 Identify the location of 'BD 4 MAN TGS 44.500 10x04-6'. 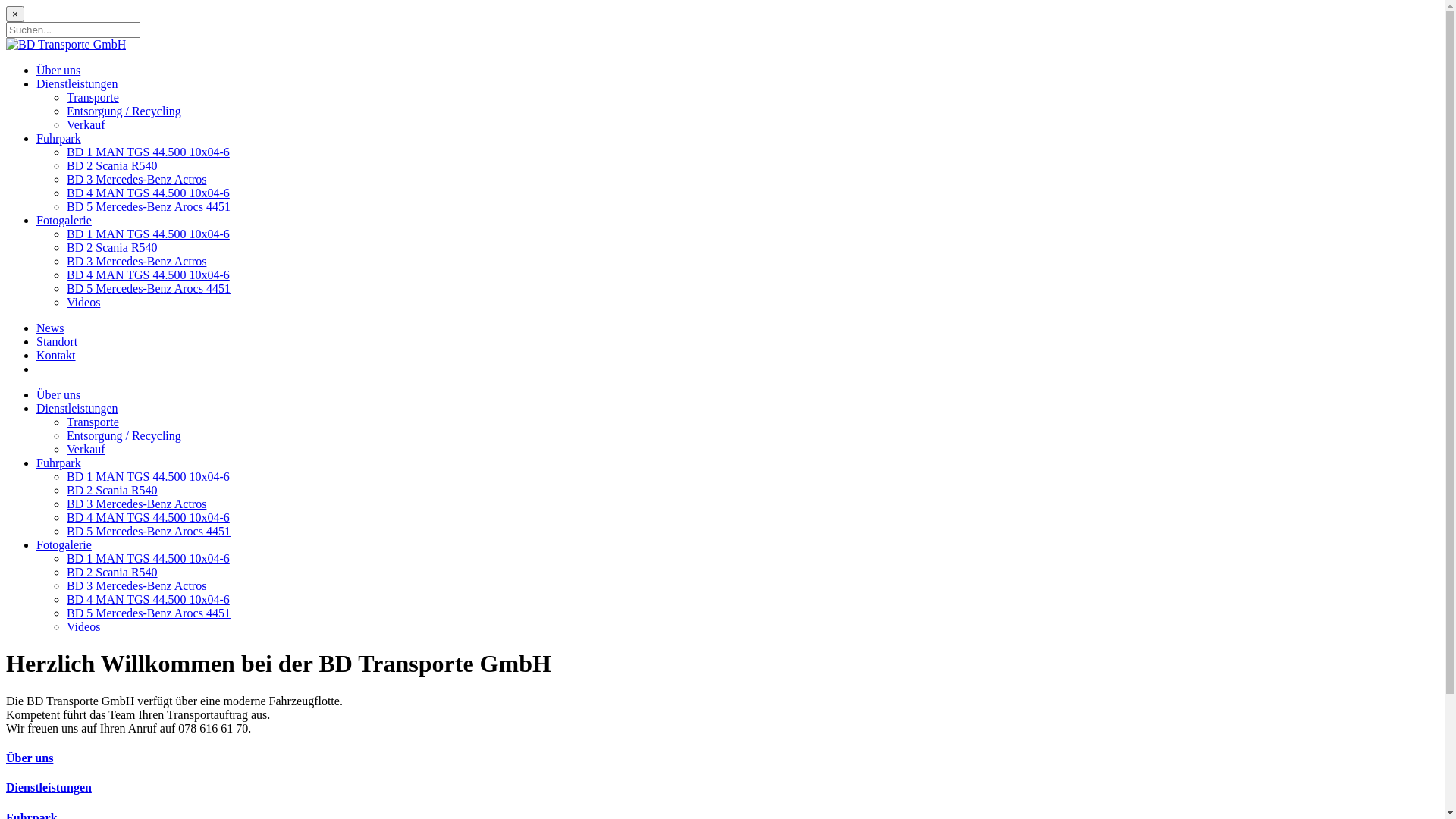
(148, 275).